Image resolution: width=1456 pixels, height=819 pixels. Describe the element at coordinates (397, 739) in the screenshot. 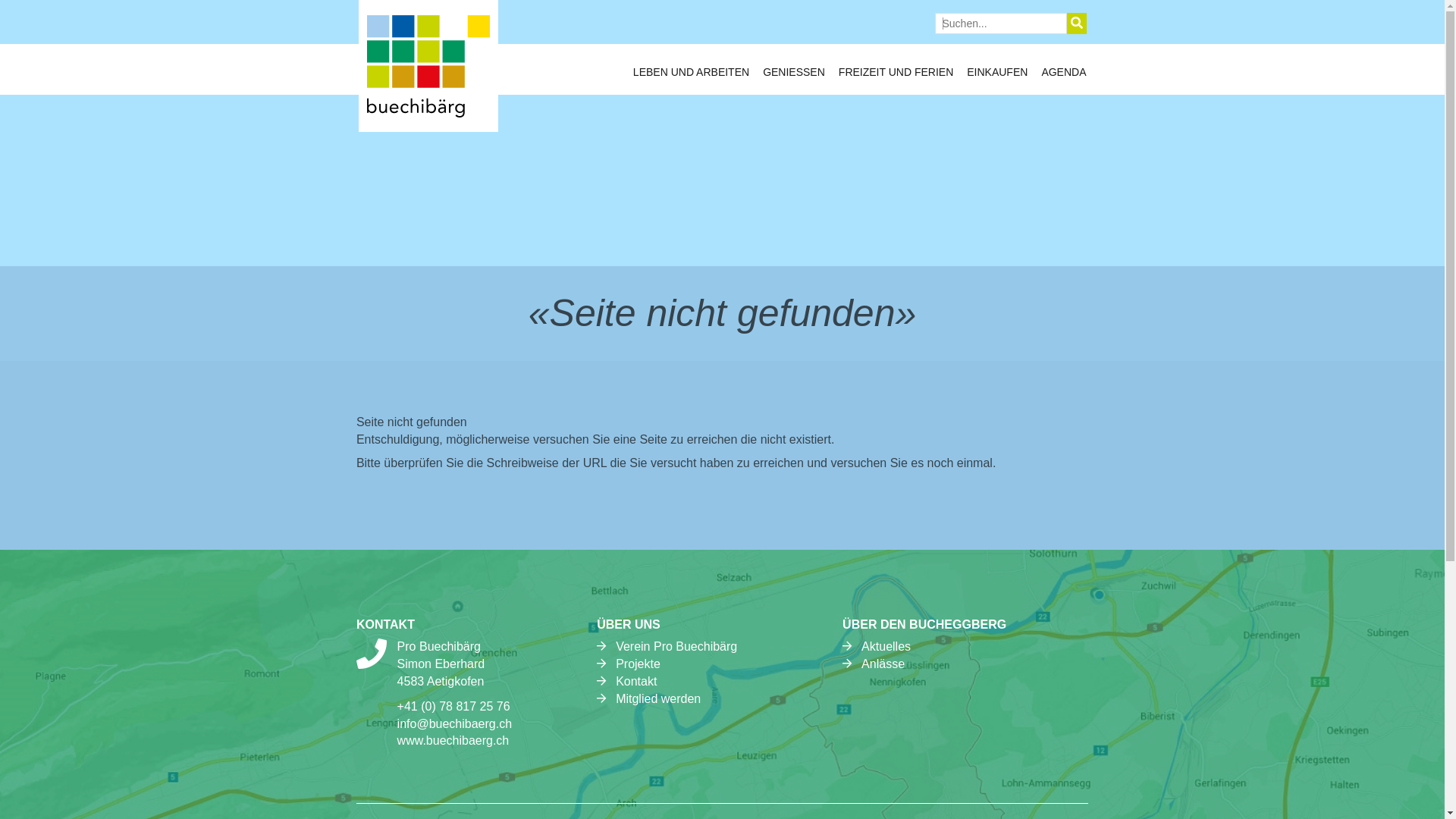

I see `'www.buechibaerg.ch'` at that location.